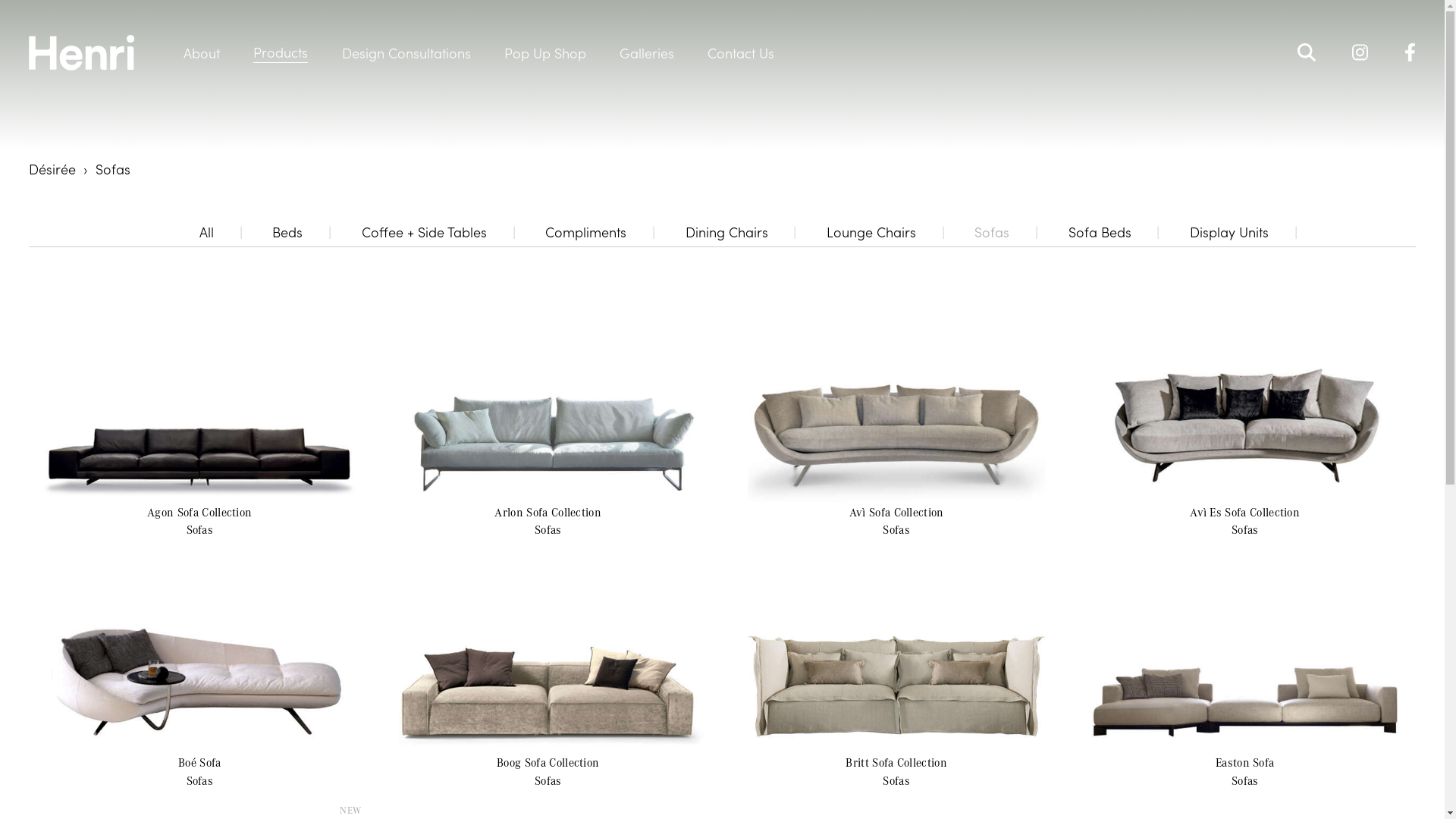 The height and width of the screenshot is (819, 1456). Describe the element at coordinates (547, 512) in the screenshot. I see `'Arlon Sofa Collection'` at that location.